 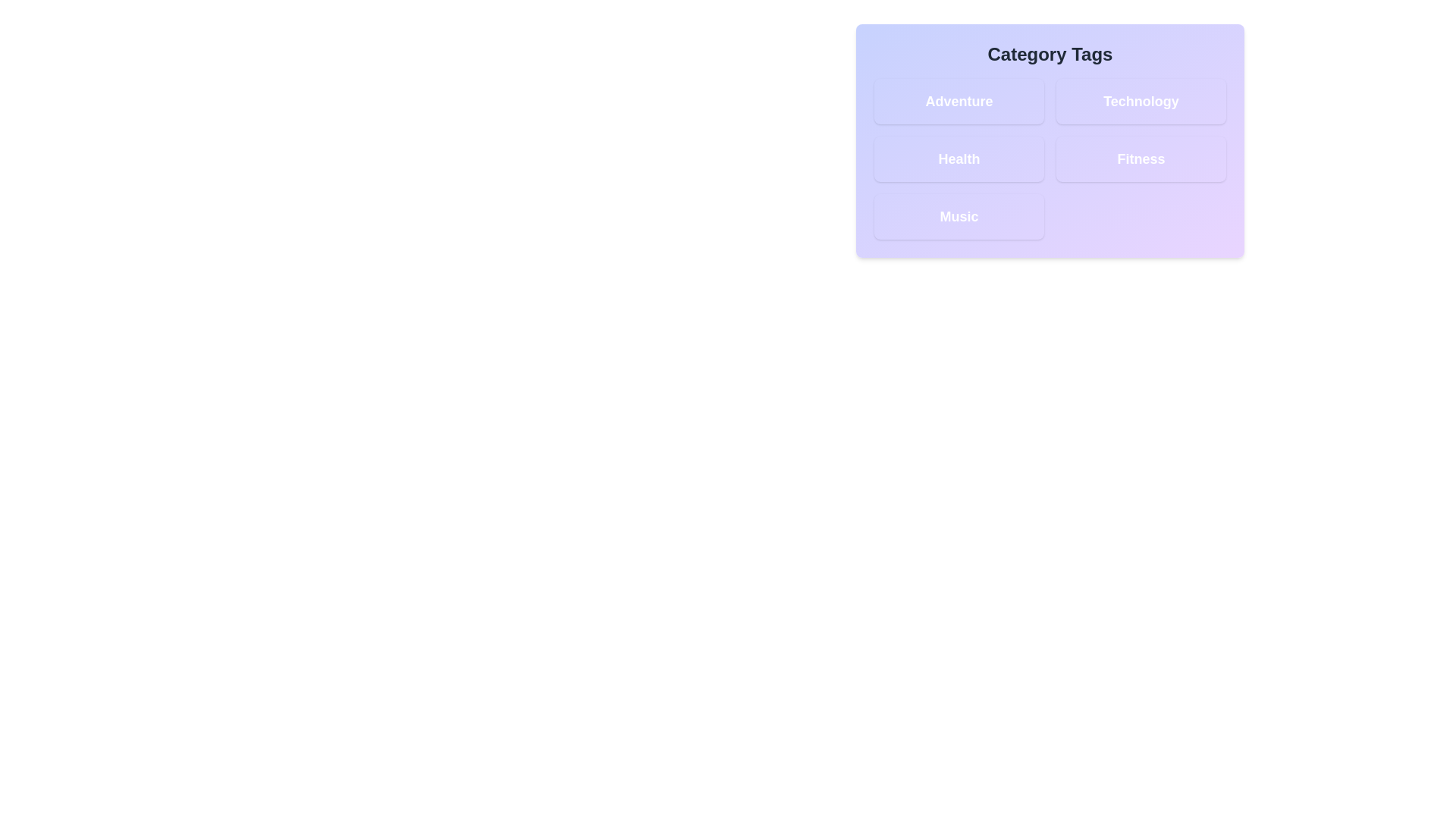 I want to click on the tag labeled Fitness to toggle its active state, so click(x=1141, y=158).